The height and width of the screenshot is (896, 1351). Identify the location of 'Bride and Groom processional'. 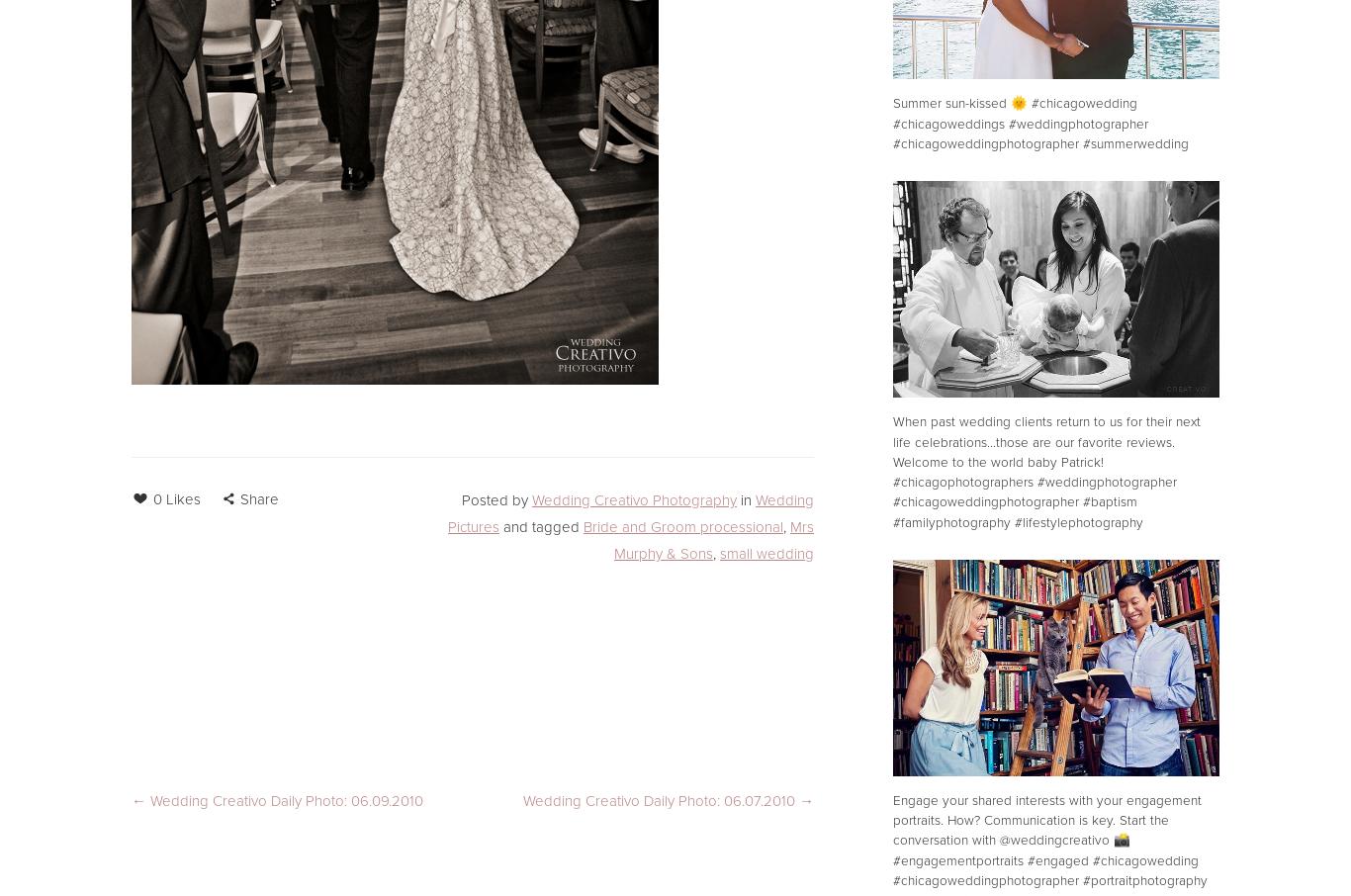
(681, 526).